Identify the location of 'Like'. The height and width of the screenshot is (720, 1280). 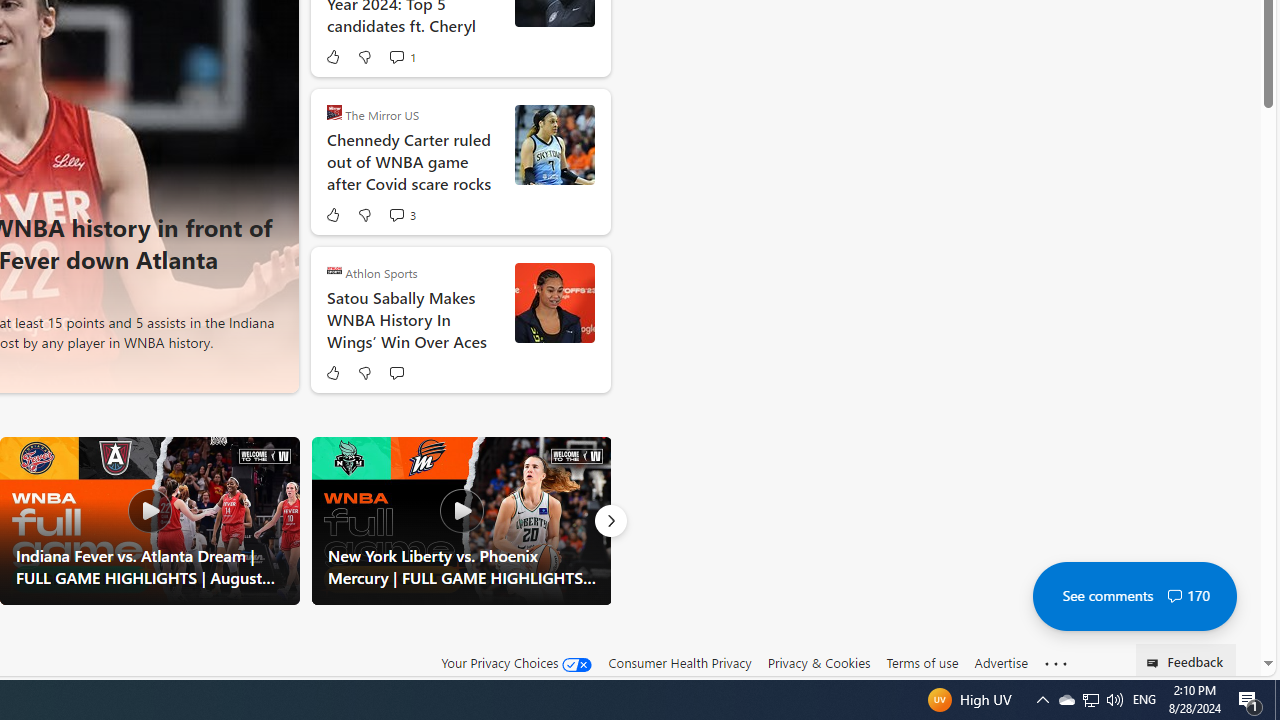
(332, 372).